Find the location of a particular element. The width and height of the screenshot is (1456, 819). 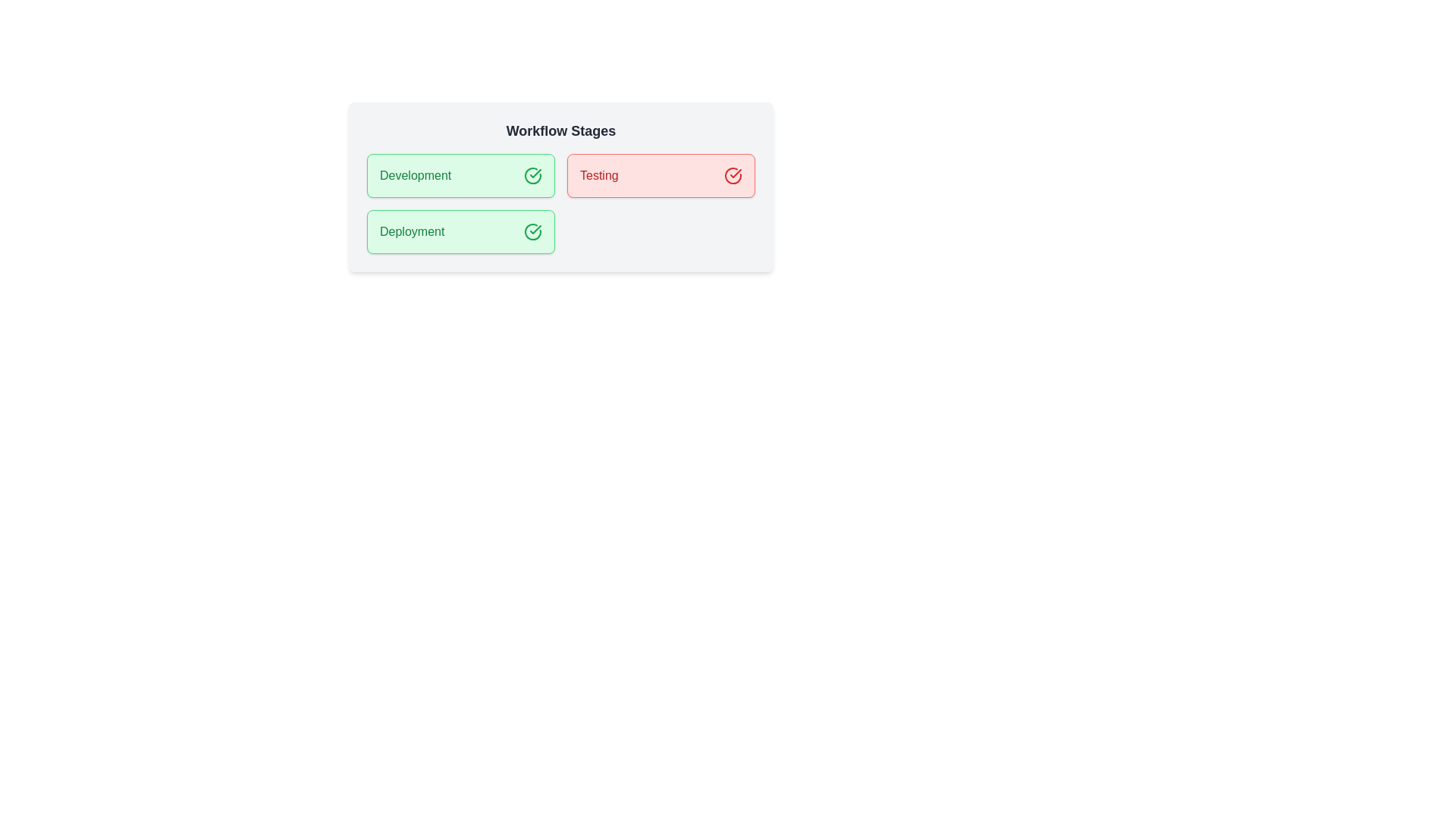

the 'Deployment' informational card in the workflow visualization, which is located in the second row under 'Workflow Stages' is located at coordinates (460, 231).